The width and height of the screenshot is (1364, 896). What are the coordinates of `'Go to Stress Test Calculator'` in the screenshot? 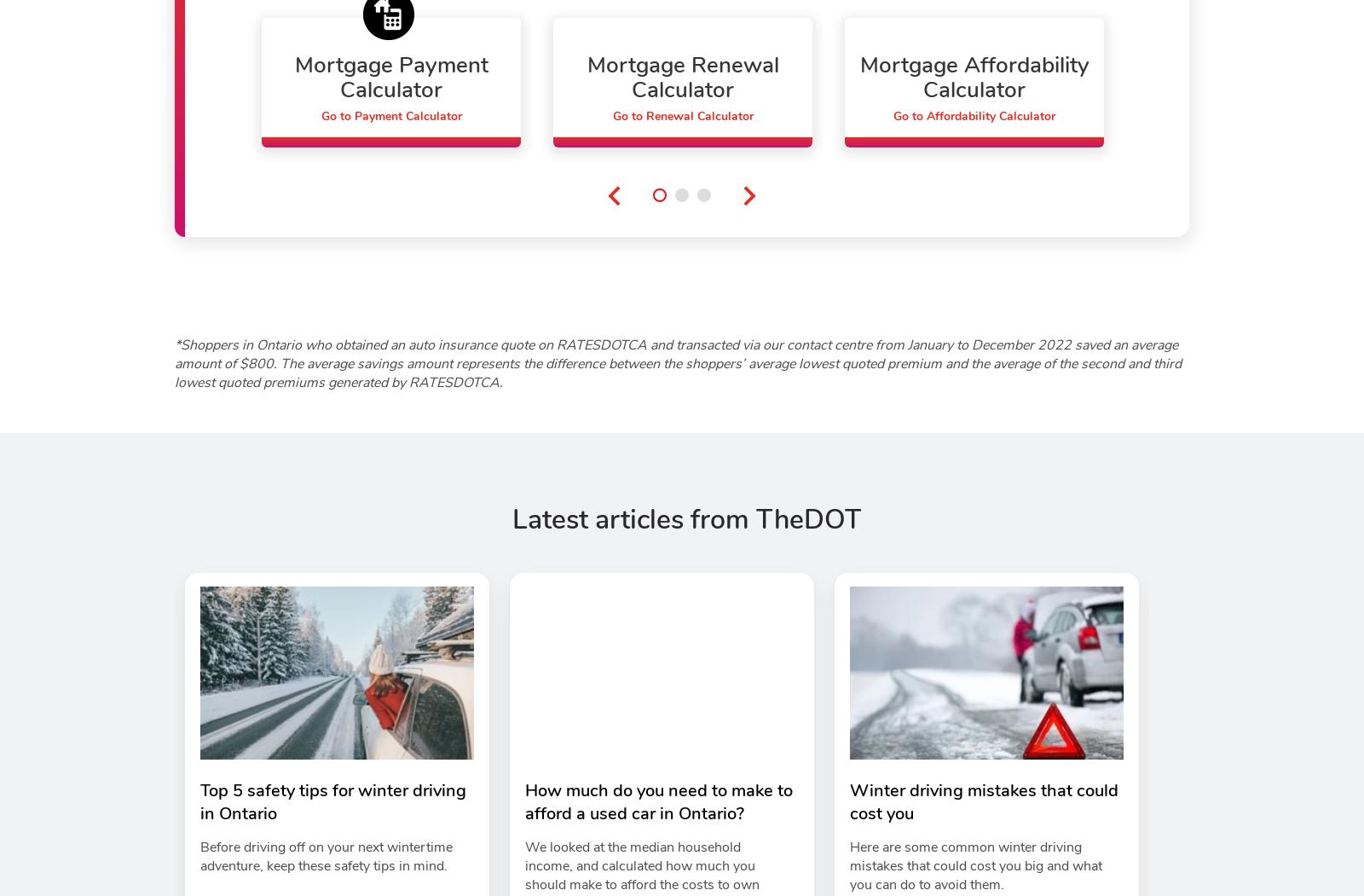 It's located at (1265, 115).